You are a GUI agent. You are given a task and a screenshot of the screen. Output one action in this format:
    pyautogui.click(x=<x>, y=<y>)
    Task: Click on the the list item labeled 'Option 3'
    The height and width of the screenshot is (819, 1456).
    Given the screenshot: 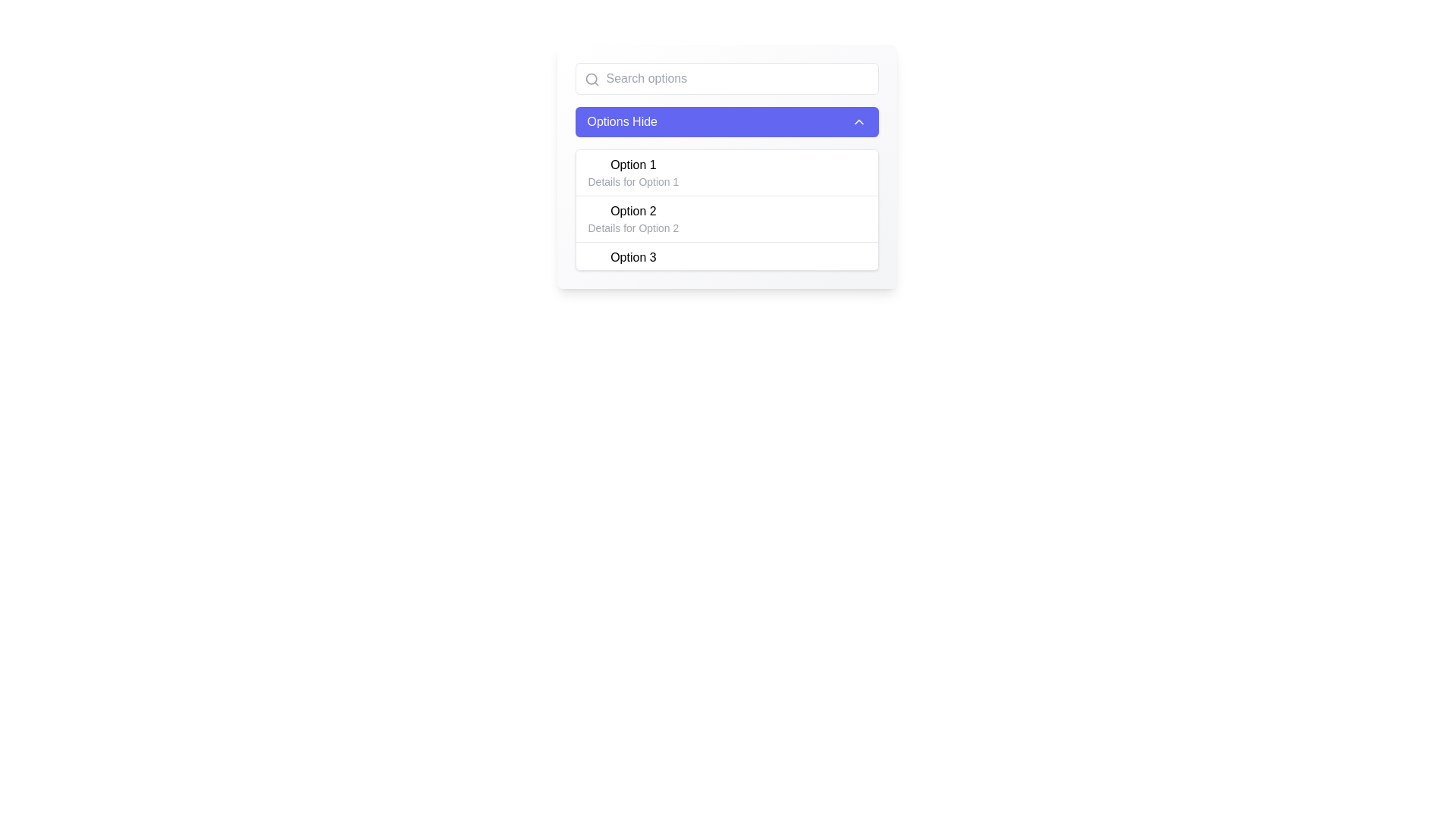 What is the action you would take?
    pyautogui.click(x=633, y=265)
    